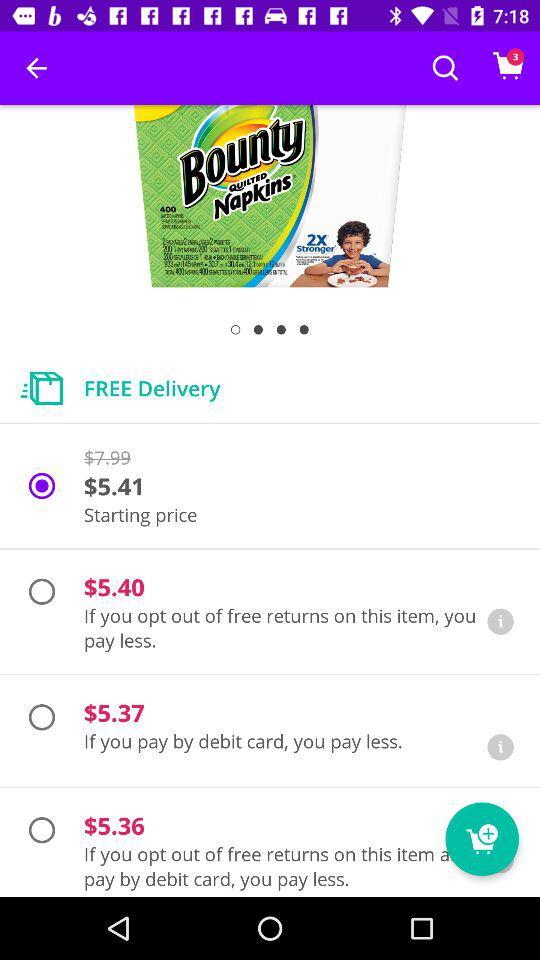 The image size is (540, 960). I want to click on go back, so click(499, 746).